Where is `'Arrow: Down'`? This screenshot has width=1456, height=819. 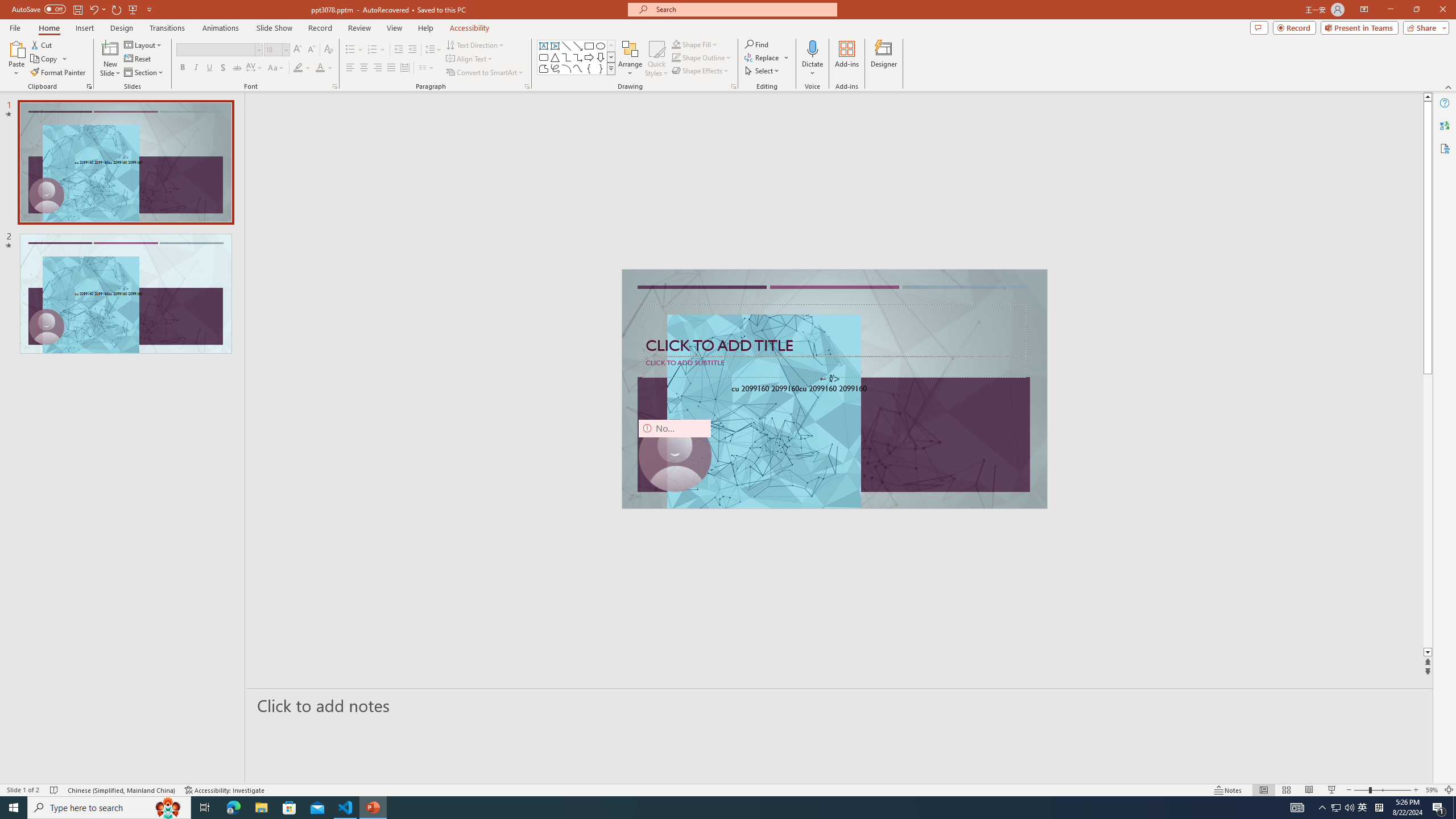
'Arrow: Down' is located at coordinates (600, 56).